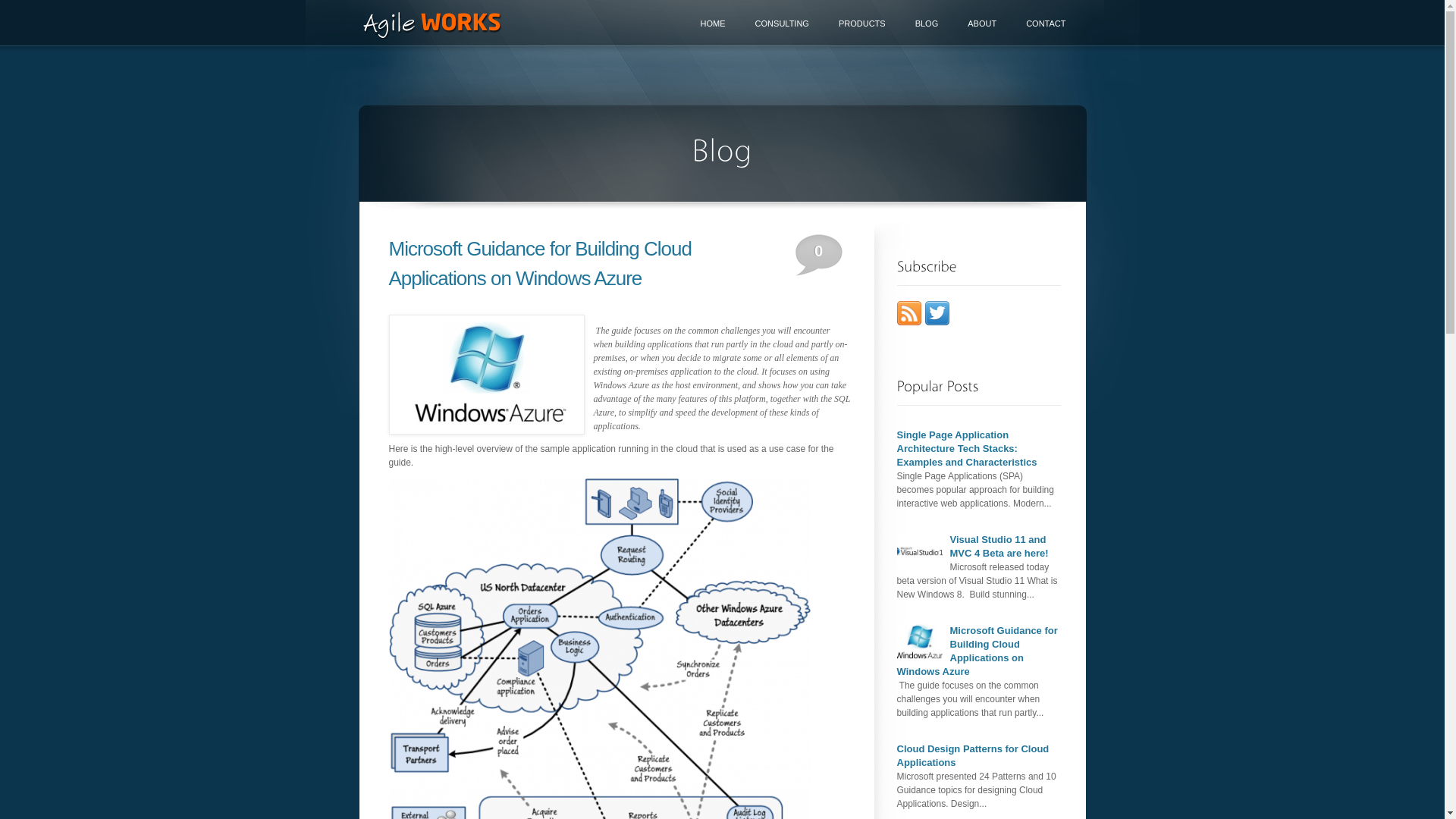  What do you see at coordinates (908, 321) in the screenshot?
I see `'Subscribe to posts via RSS feed'` at bounding box center [908, 321].